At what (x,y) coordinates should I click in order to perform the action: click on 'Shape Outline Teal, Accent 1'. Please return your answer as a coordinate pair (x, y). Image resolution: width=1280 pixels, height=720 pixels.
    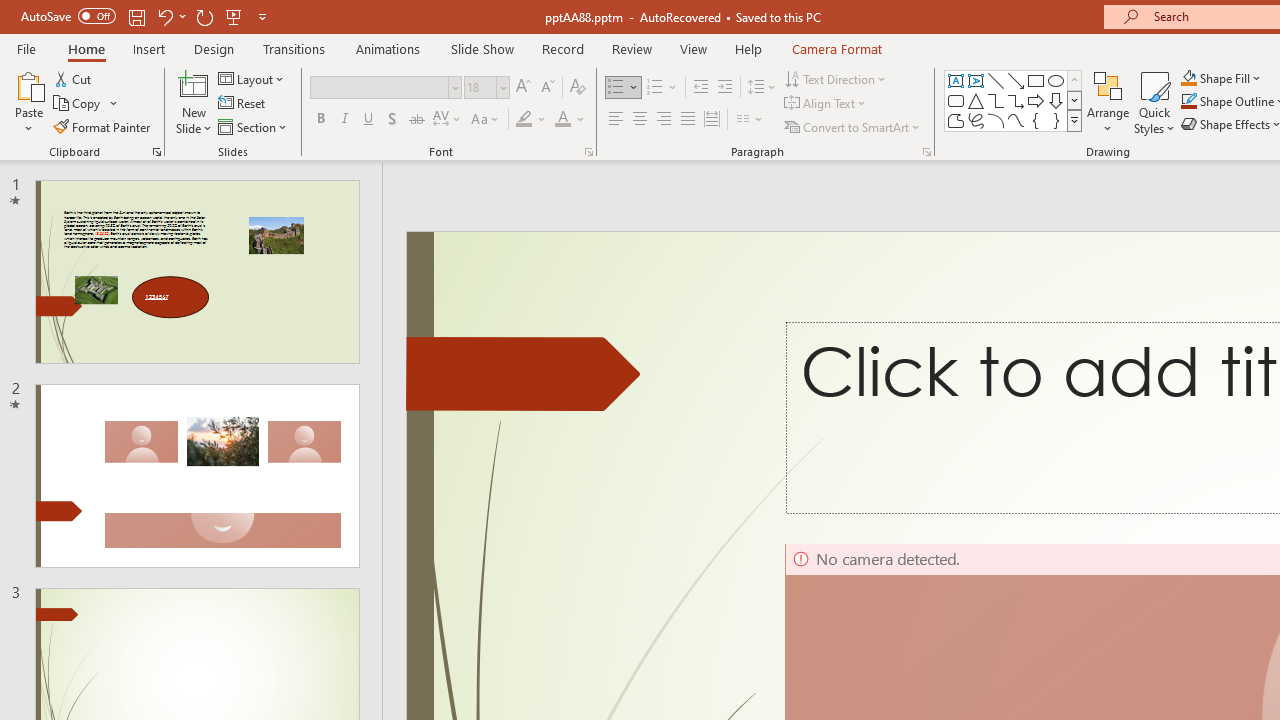
    Looking at the image, I should click on (1189, 101).